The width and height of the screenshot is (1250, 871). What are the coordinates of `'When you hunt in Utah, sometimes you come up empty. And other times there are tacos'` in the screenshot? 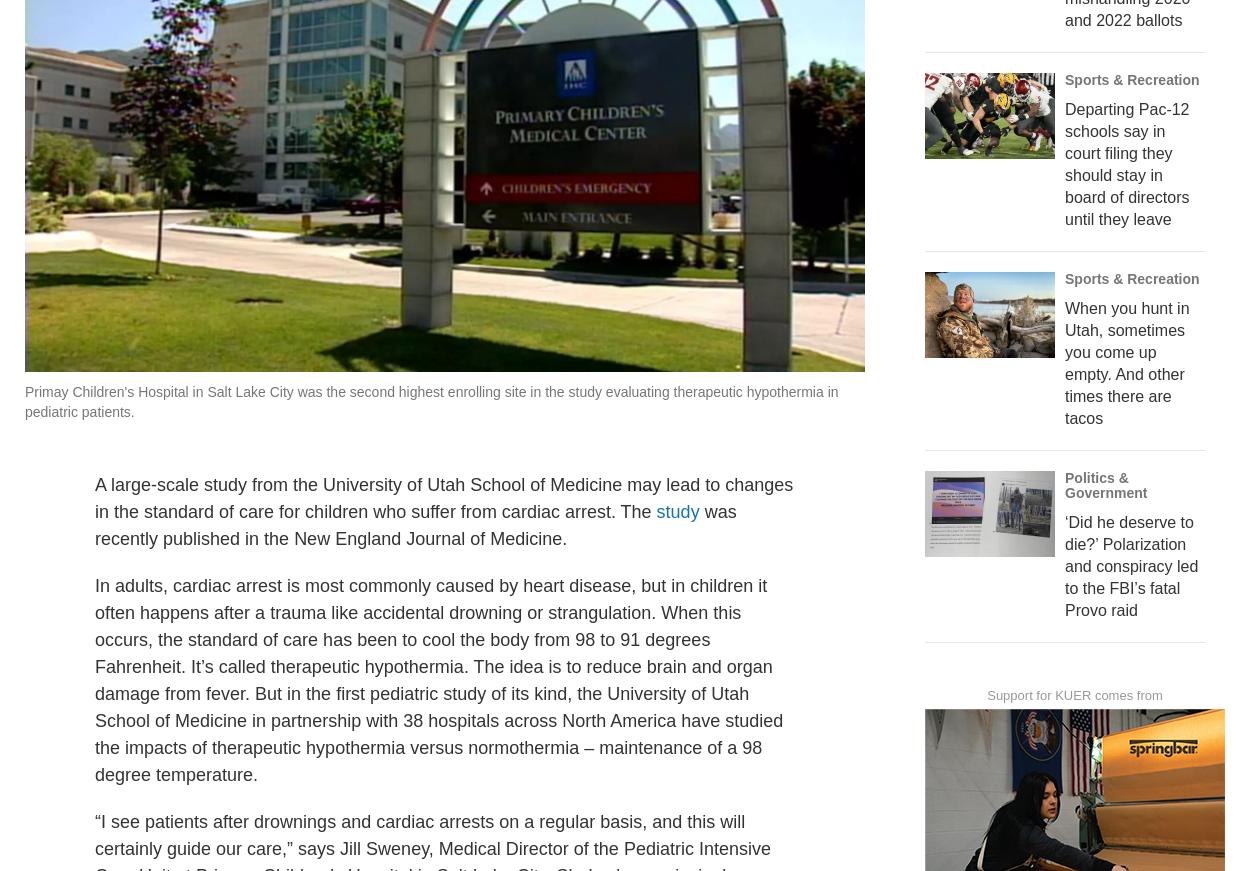 It's located at (1127, 404).